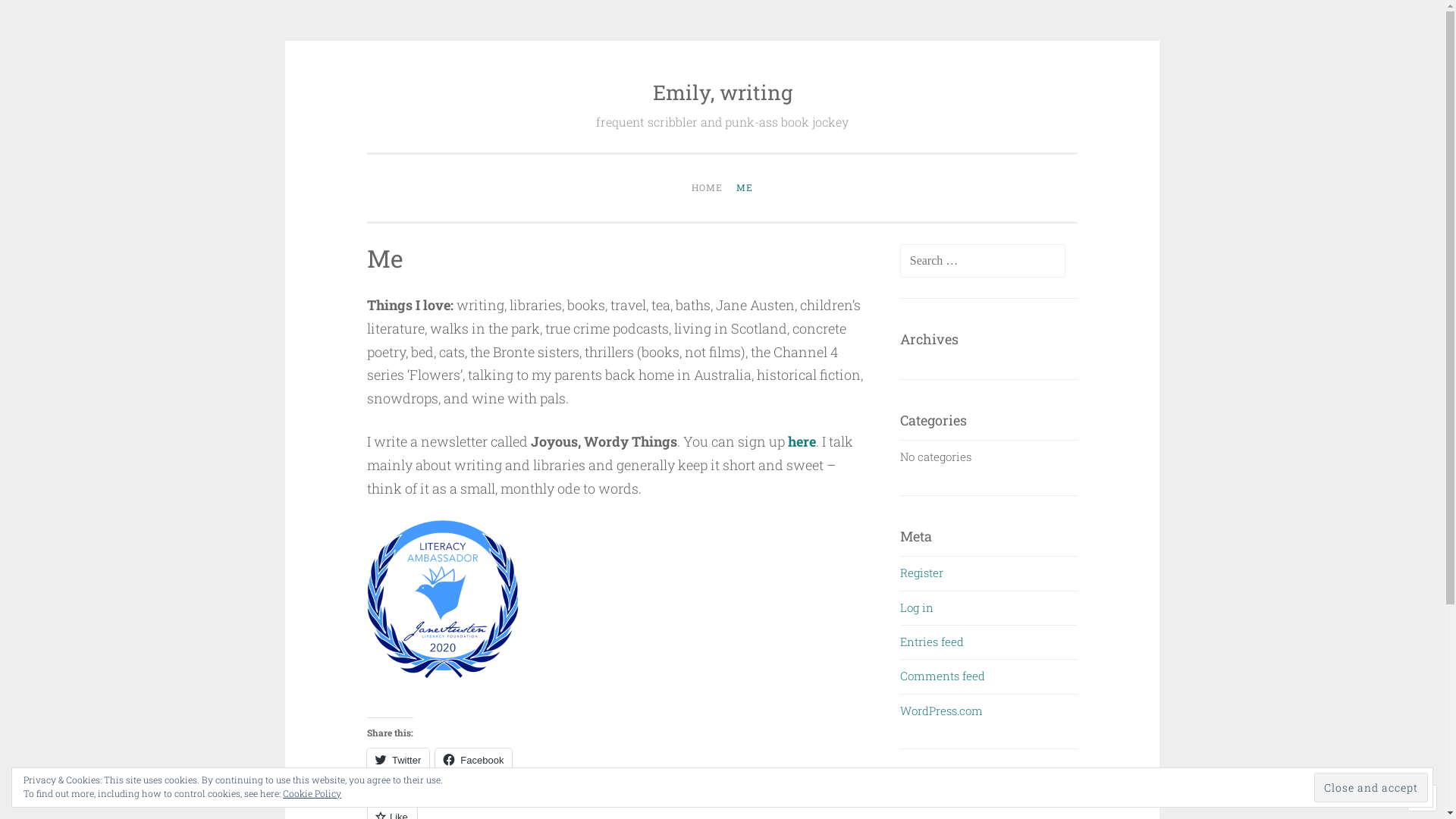  I want to click on 'Close and accept', so click(1371, 786).